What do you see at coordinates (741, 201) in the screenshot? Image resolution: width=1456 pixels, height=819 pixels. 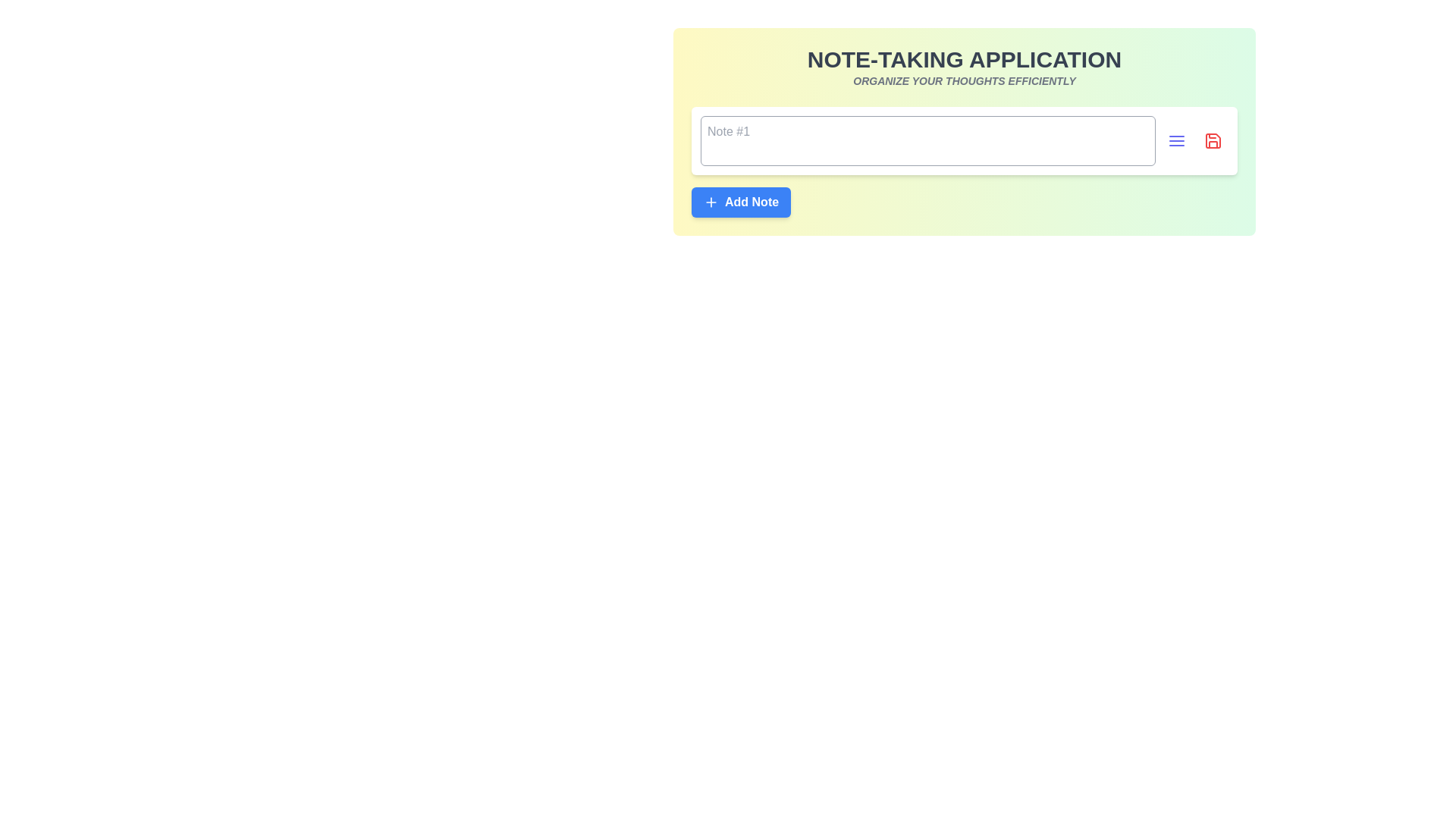 I see `the 'Add Note' button located at the bottom-left of the application interface` at bounding box center [741, 201].